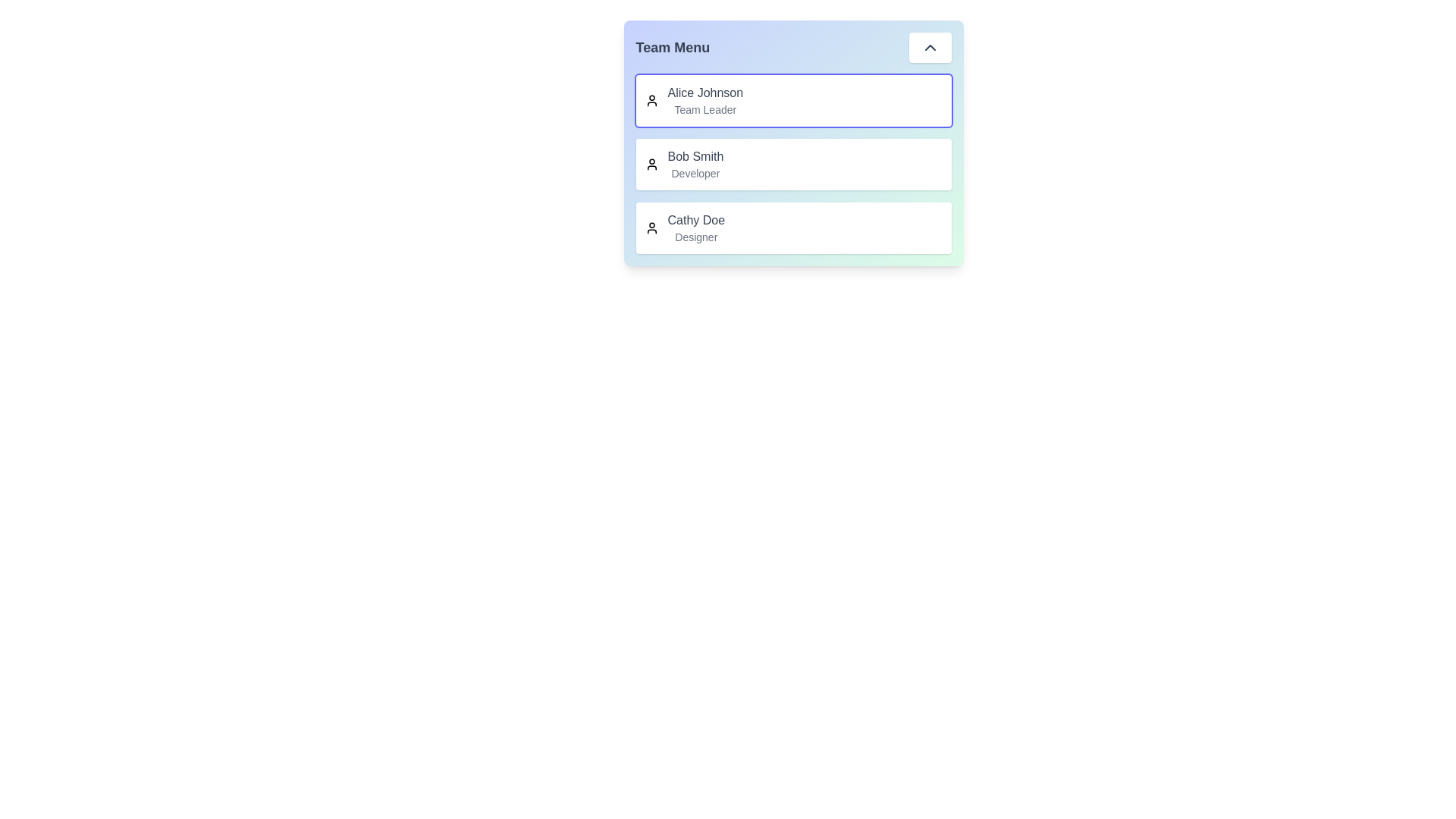 The image size is (1456, 819). What do you see at coordinates (695, 220) in the screenshot?
I see `the team member Cathy Doe to view their role` at bounding box center [695, 220].